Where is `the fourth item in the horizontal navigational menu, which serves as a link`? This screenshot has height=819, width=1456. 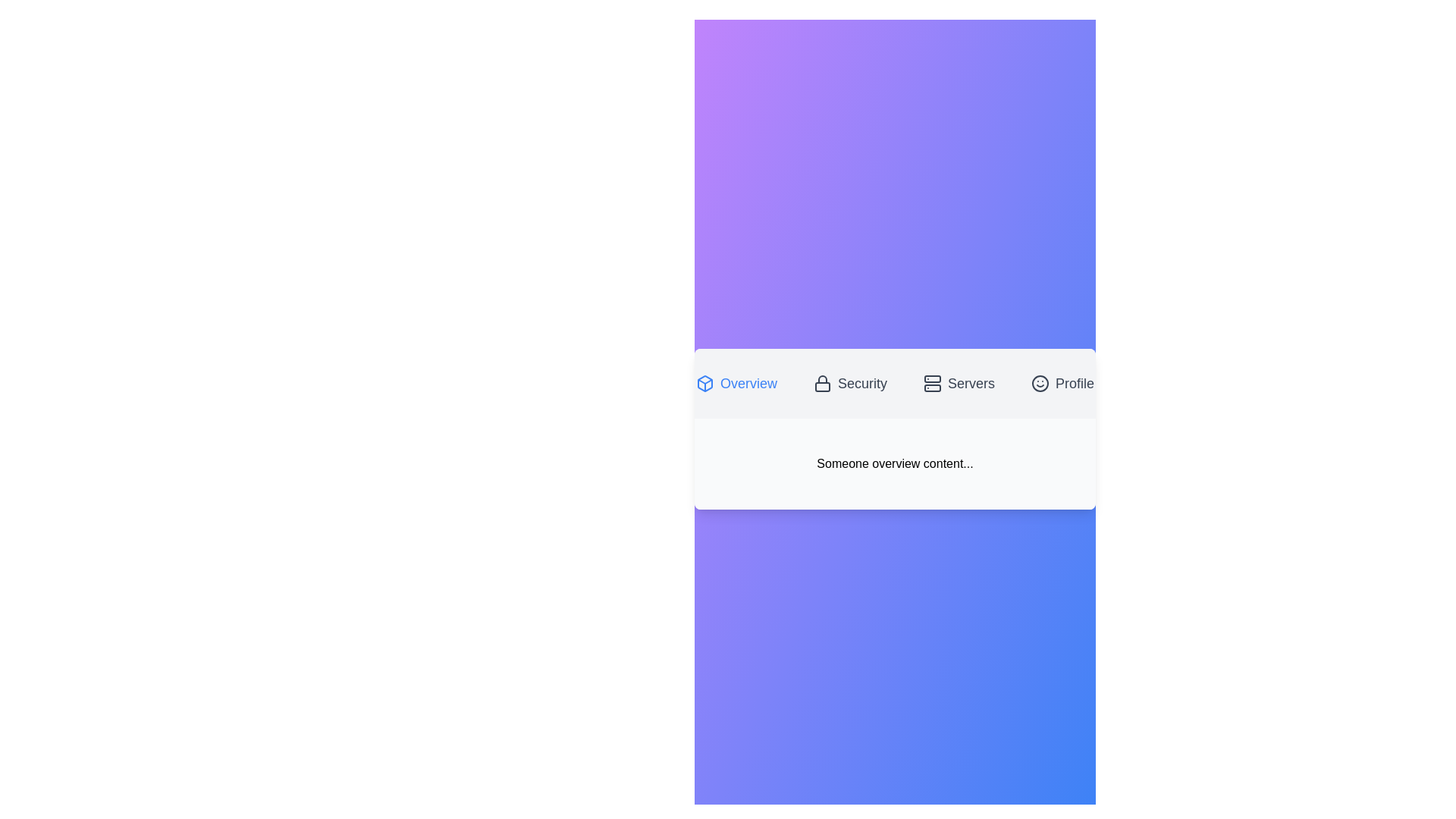 the fourth item in the horizontal navigational menu, which serves as a link is located at coordinates (1074, 382).